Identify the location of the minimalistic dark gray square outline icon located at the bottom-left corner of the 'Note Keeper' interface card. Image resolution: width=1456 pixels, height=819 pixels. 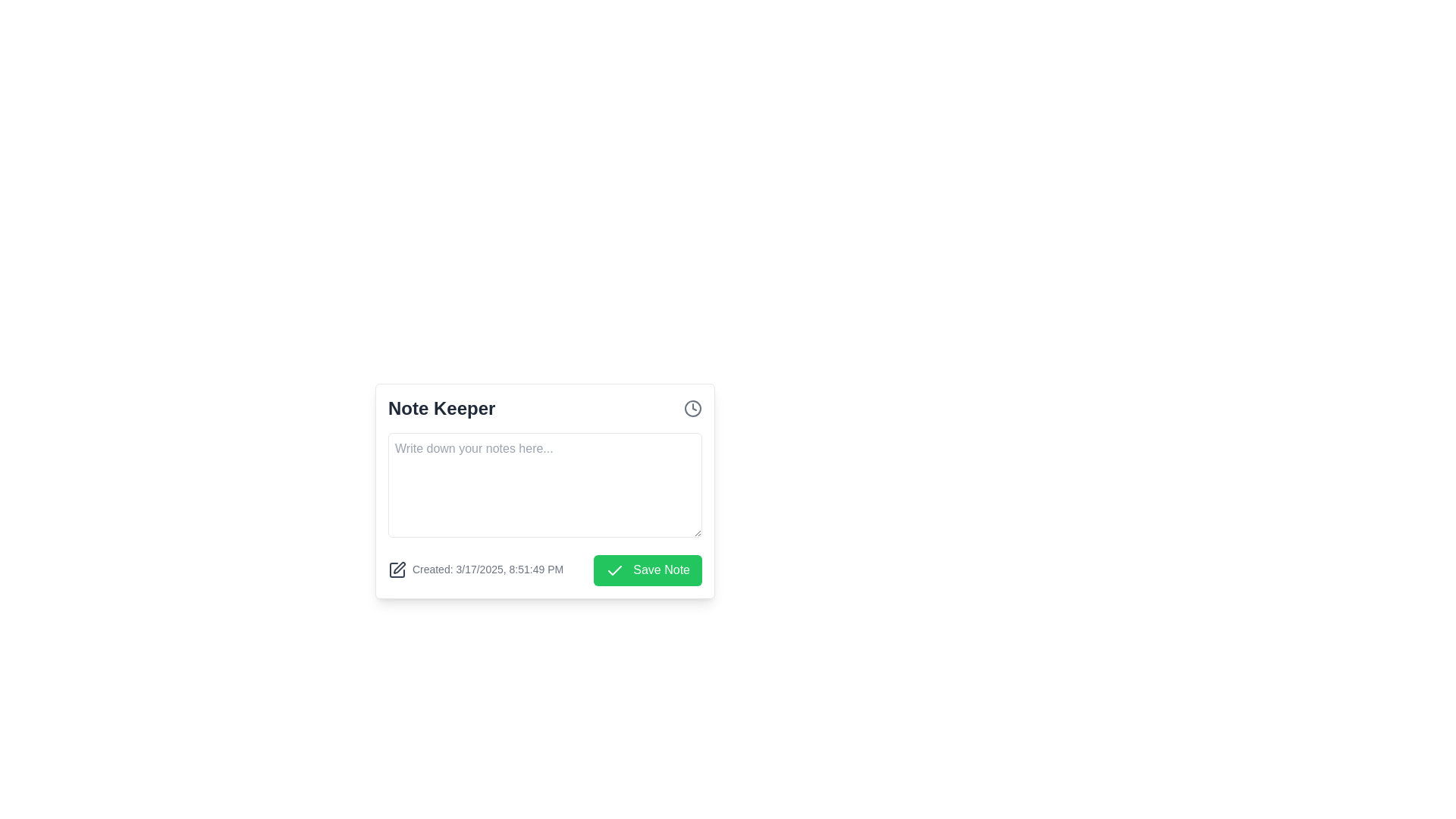
(397, 570).